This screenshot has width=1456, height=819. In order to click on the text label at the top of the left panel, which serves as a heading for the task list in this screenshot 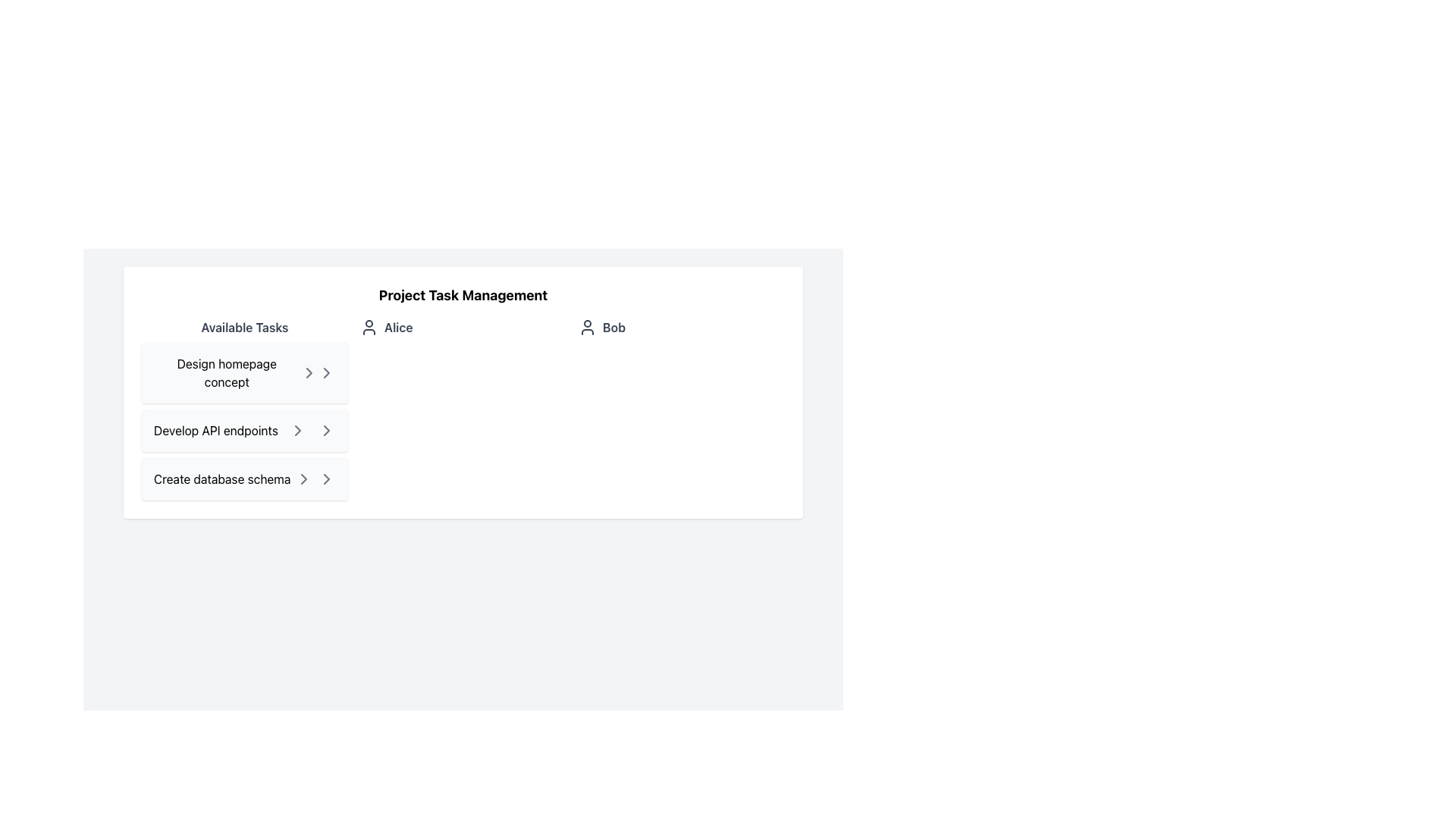, I will do `click(244, 327)`.